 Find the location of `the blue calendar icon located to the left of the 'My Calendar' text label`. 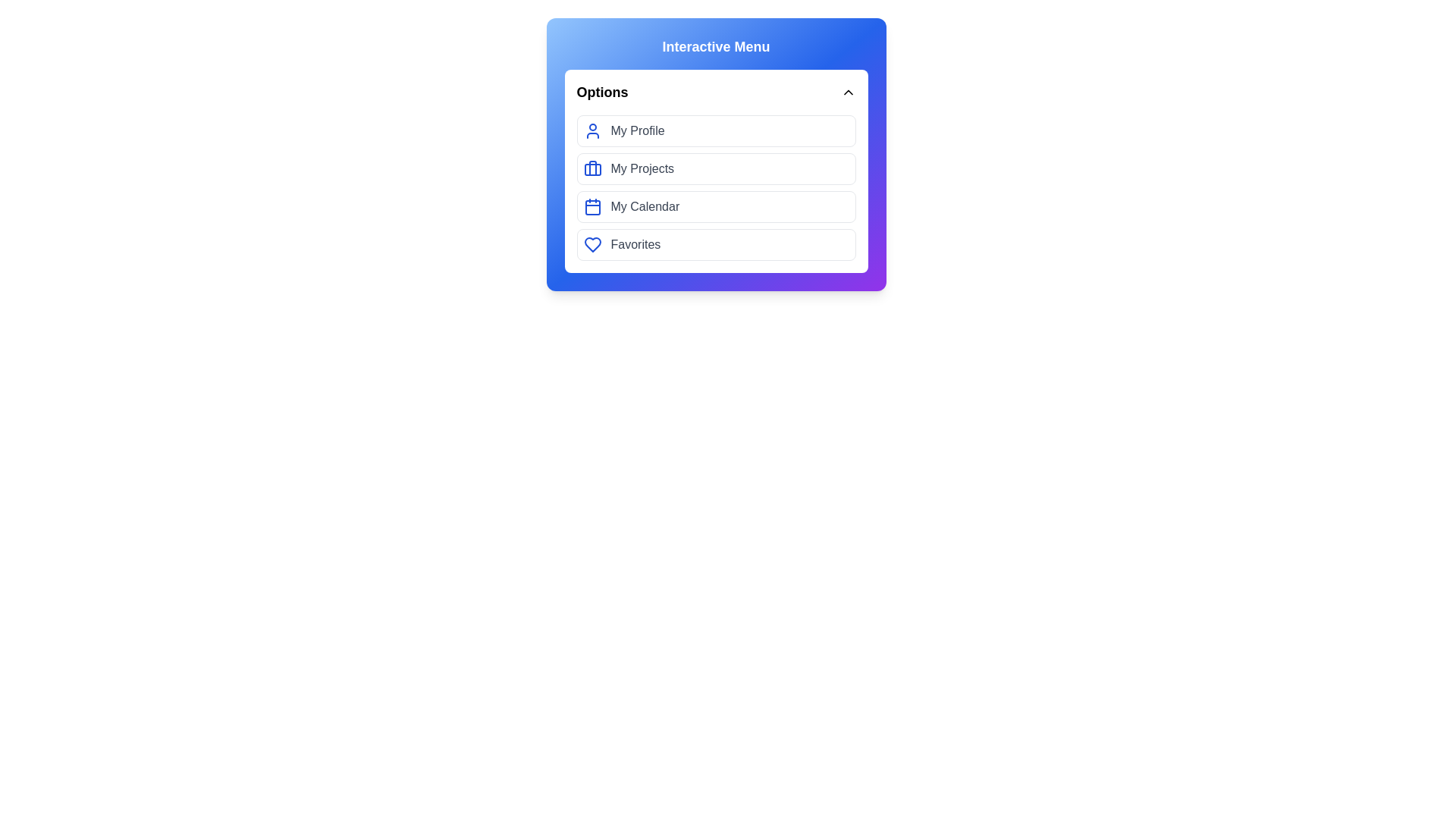

the blue calendar icon located to the left of the 'My Calendar' text label is located at coordinates (591, 207).